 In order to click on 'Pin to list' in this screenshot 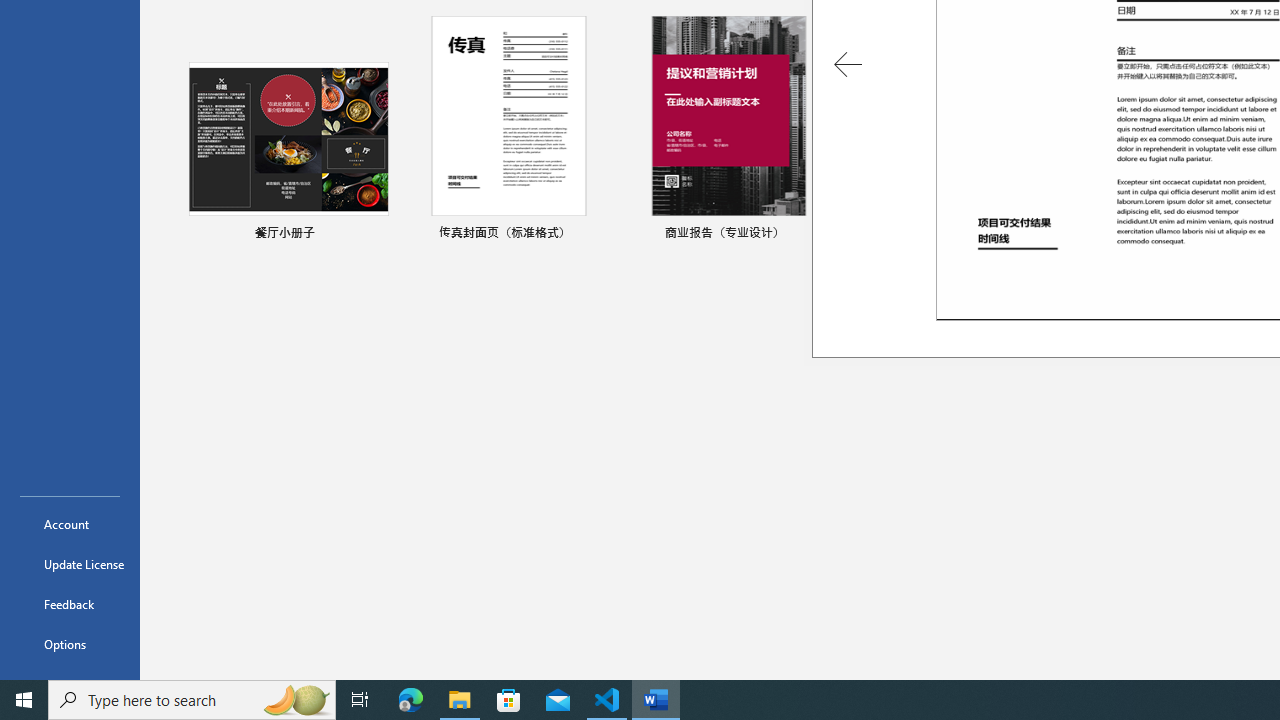, I will do `click(1254, 234)`.